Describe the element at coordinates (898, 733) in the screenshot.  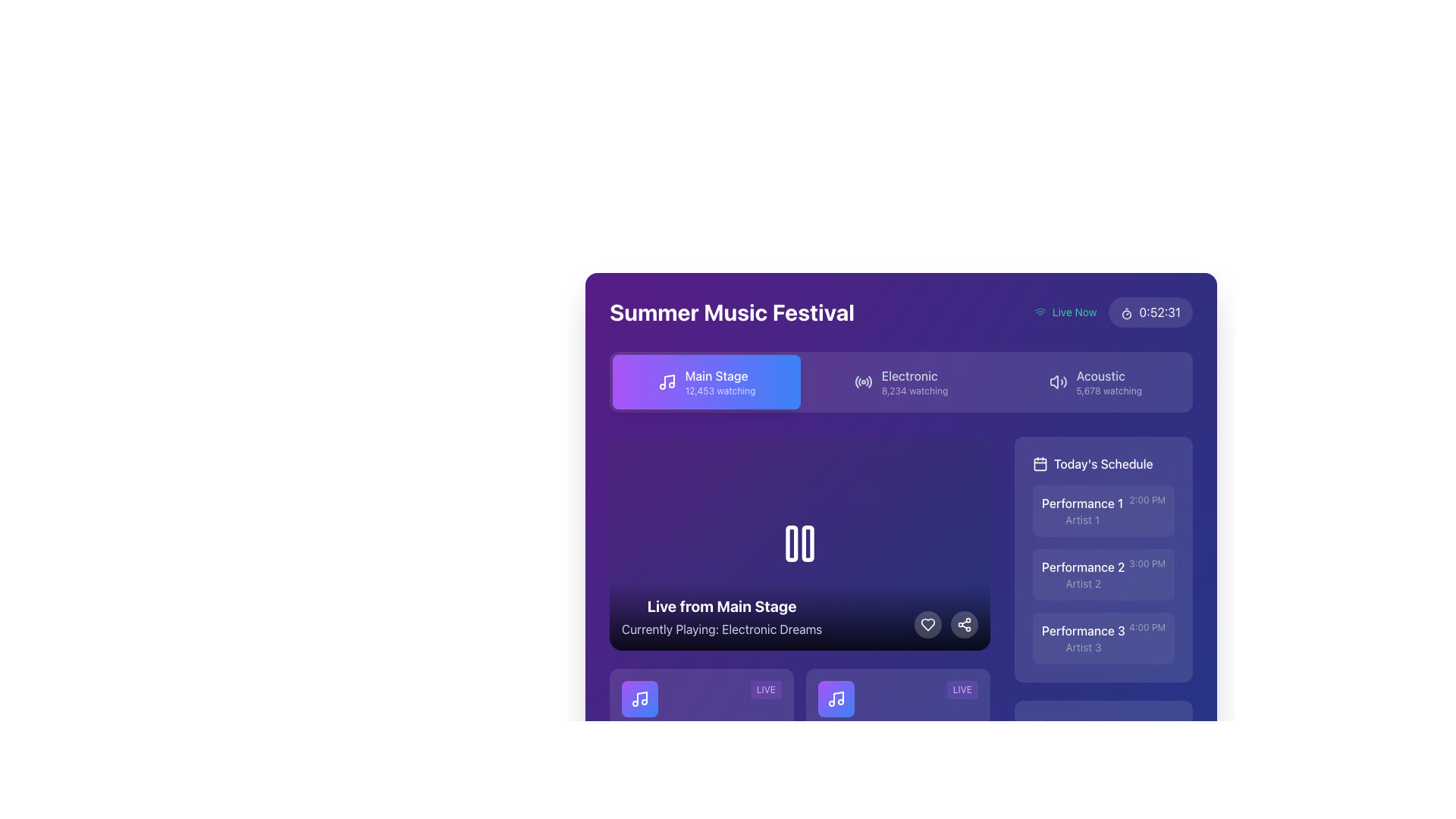
I see `information displayed on the second Information card about the live performance by the artist, located in the bottom section of the interface` at that location.